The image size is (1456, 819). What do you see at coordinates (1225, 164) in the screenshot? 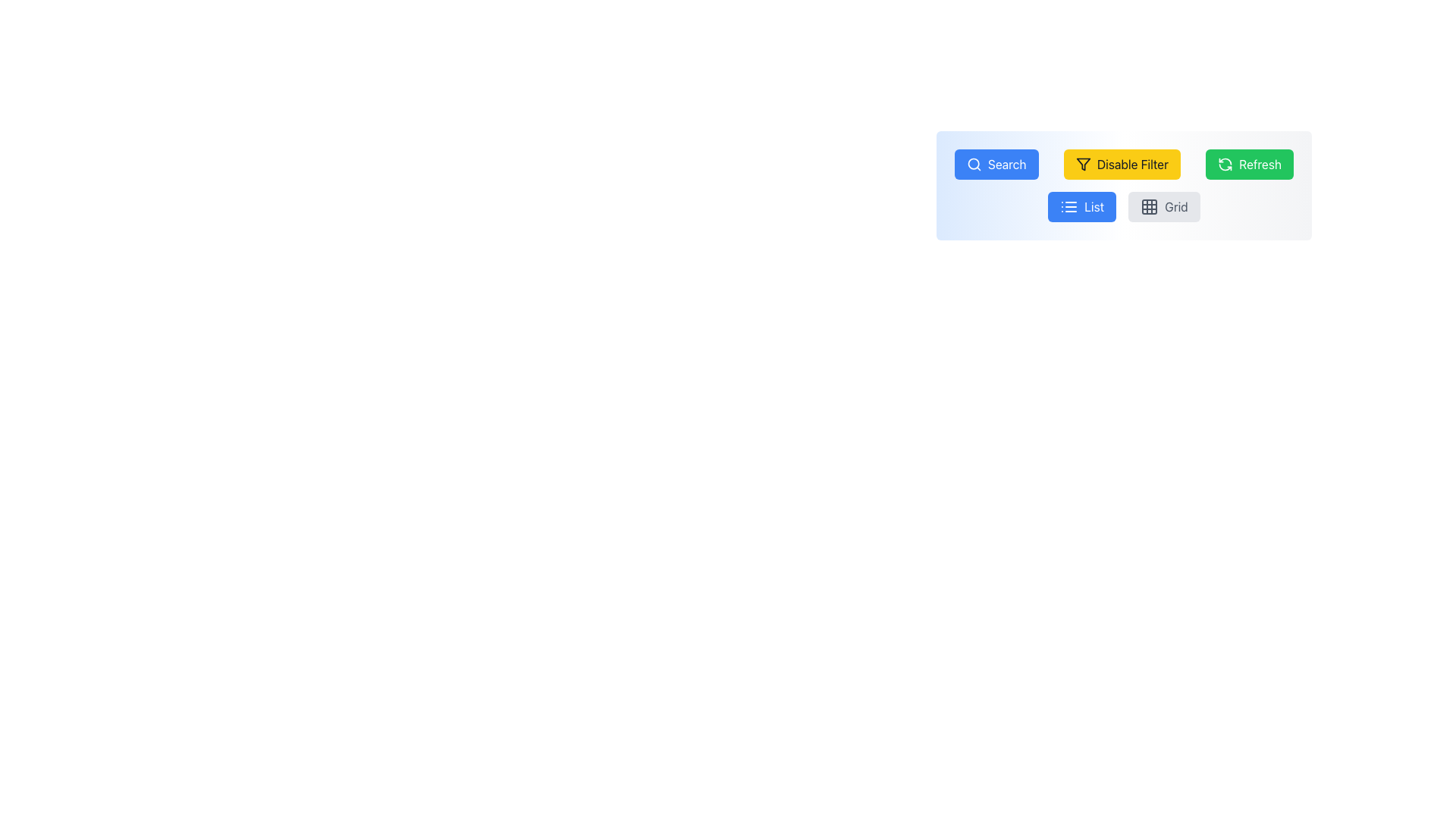
I see `the 'Refresh' button located in the top-right corner of the interface, which contains an icon representing the refresh action` at bounding box center [1225, 164].